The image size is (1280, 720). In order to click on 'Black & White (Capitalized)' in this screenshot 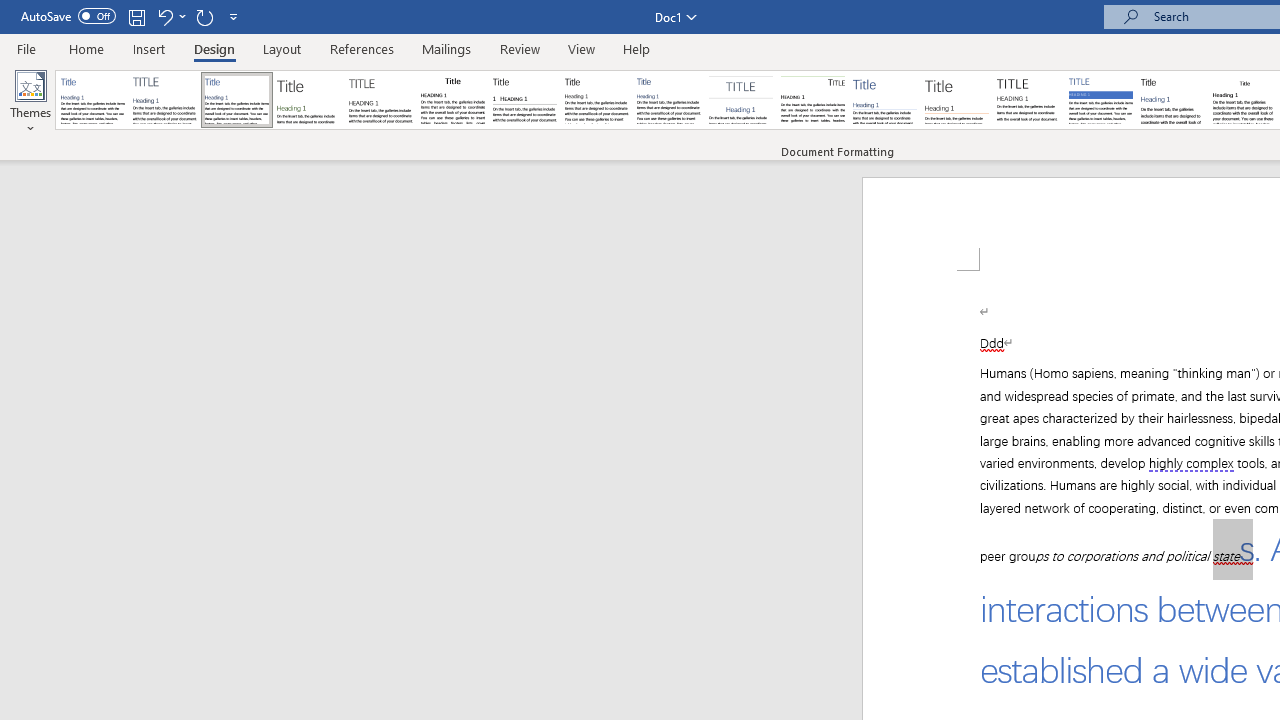, I will do `click(381, 100)`.